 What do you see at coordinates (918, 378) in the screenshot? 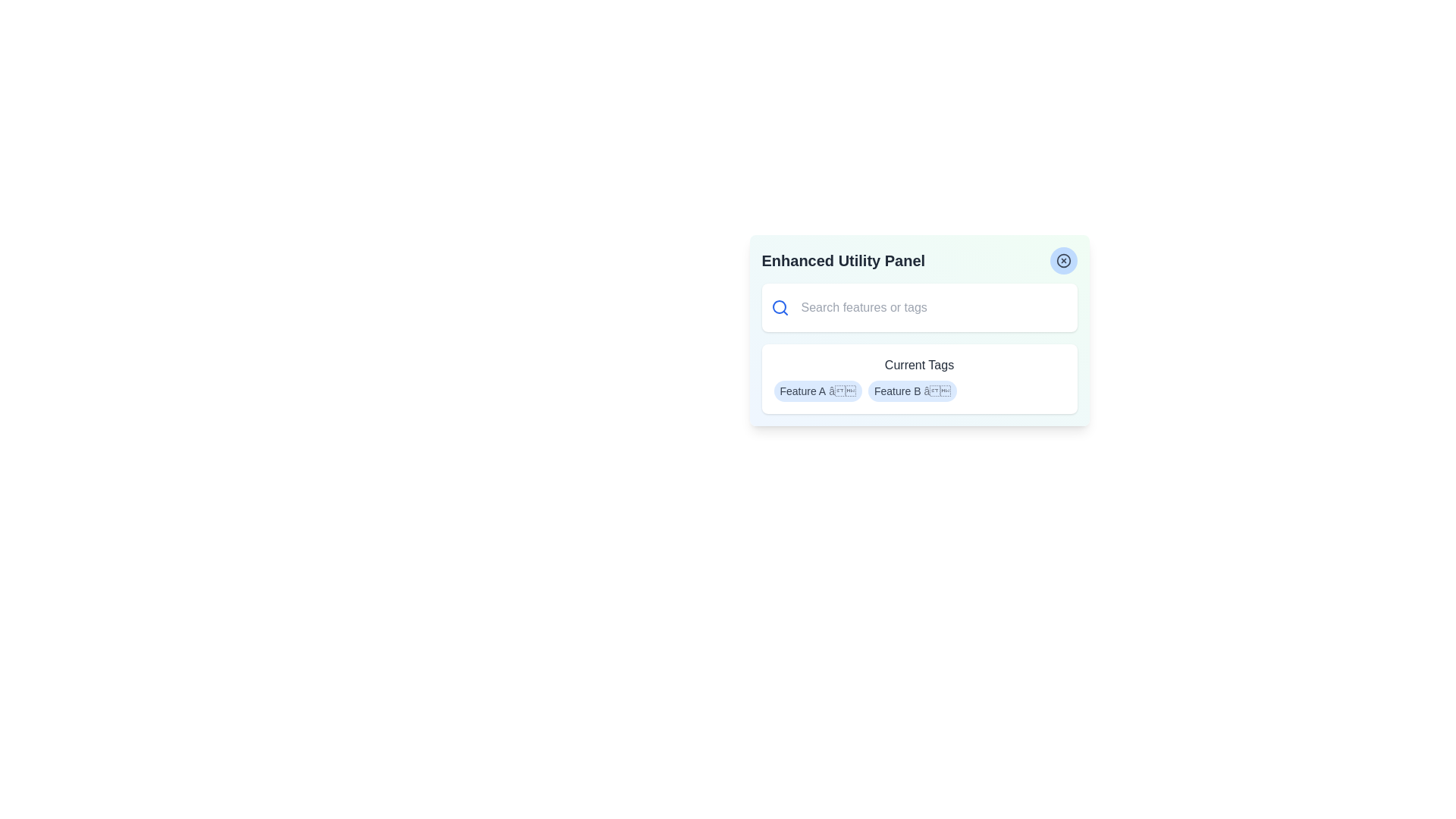
I see `the selectable or removable tags labeled 'Feature A' and 'Feature B' located in the bottom section of the panel, directly below the search input box` at bounding box center [918, 378].